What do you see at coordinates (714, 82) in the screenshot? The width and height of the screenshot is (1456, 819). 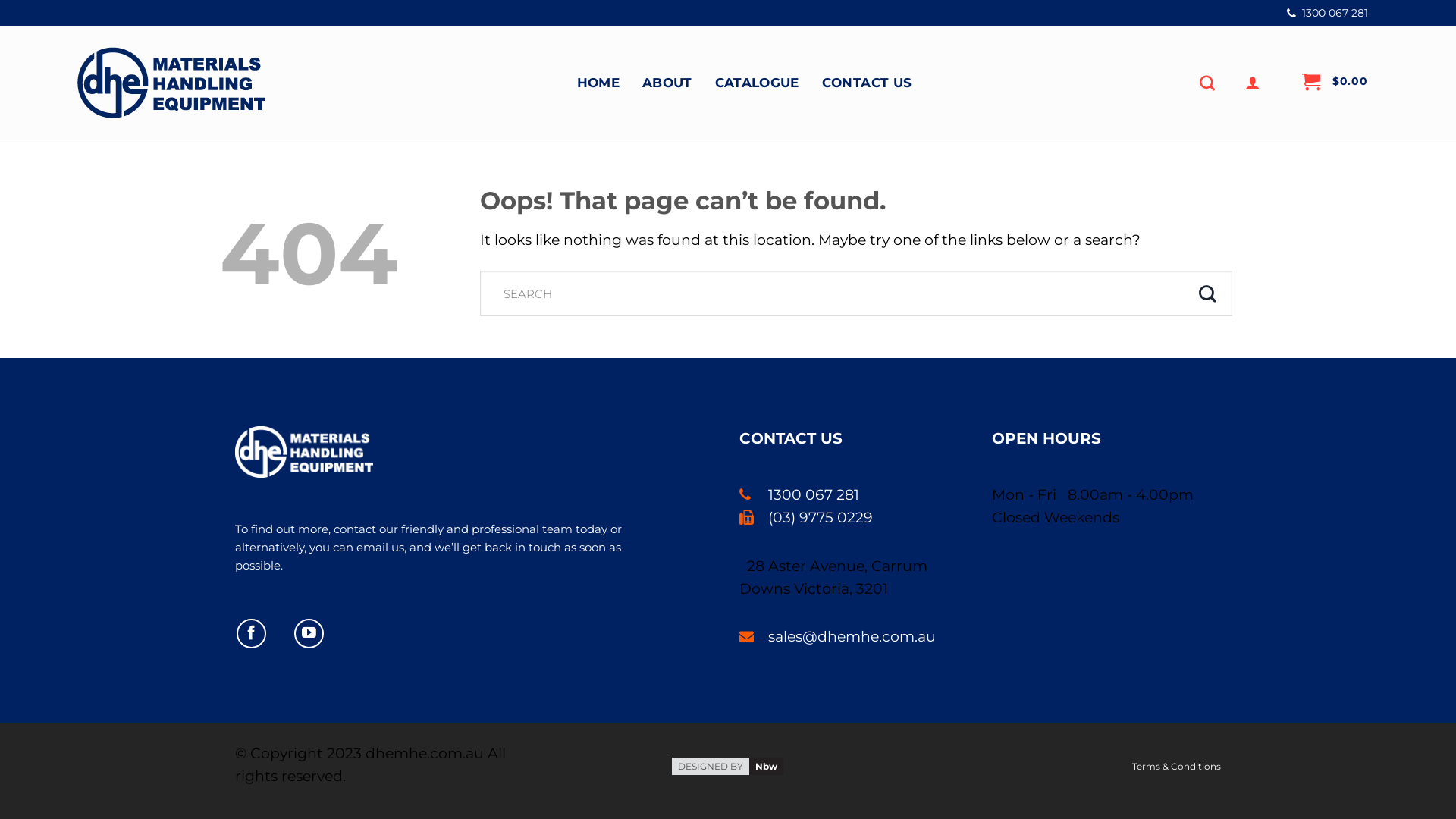 I see `'CATALOGUE'` at bounding box center [714, 82].